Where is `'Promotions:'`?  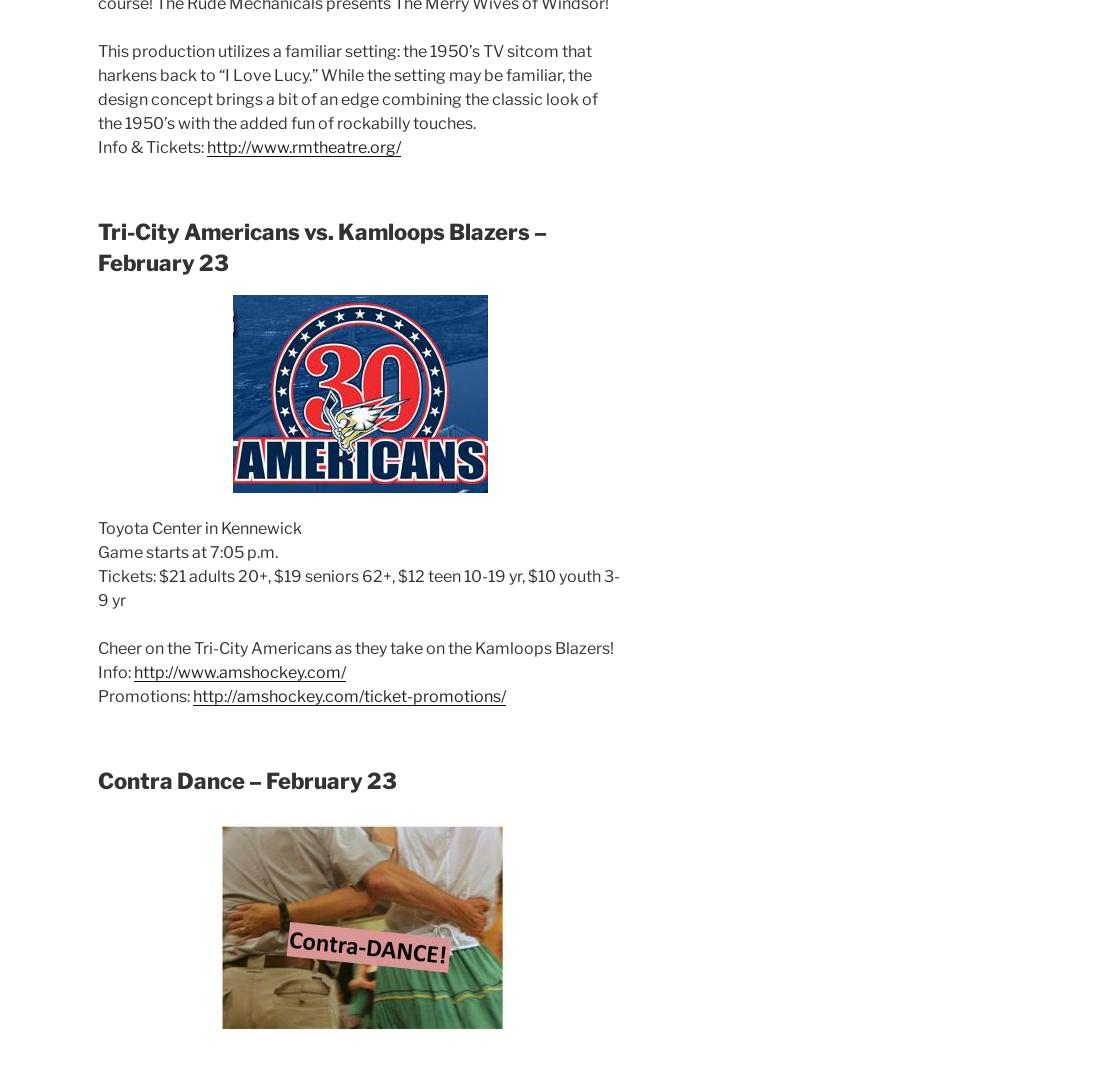
'Promotions:' is located at coordinates (144, 695).